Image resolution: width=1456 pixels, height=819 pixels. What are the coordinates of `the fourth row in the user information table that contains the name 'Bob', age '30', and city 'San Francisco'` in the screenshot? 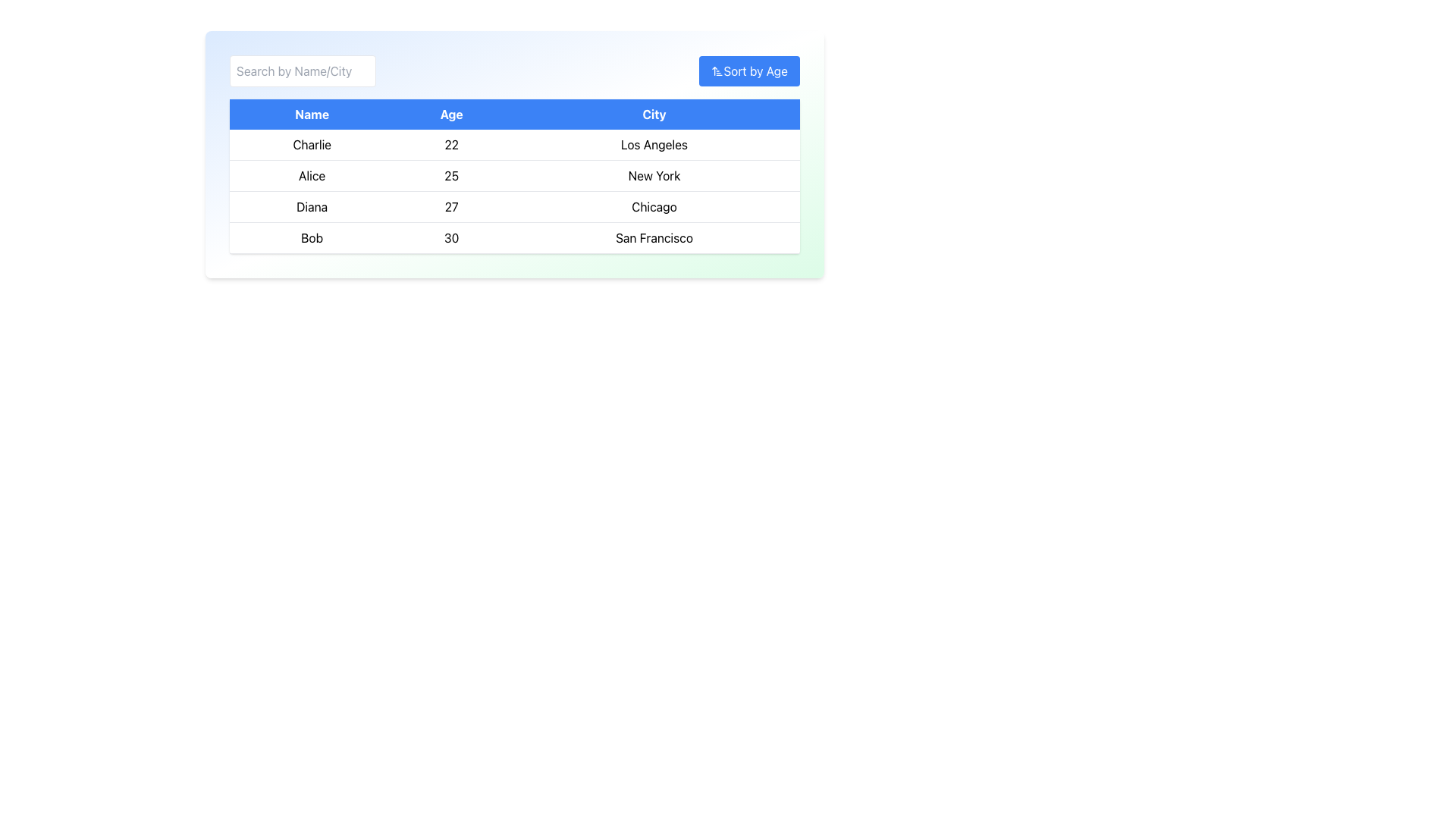 It's located at (514, 237).